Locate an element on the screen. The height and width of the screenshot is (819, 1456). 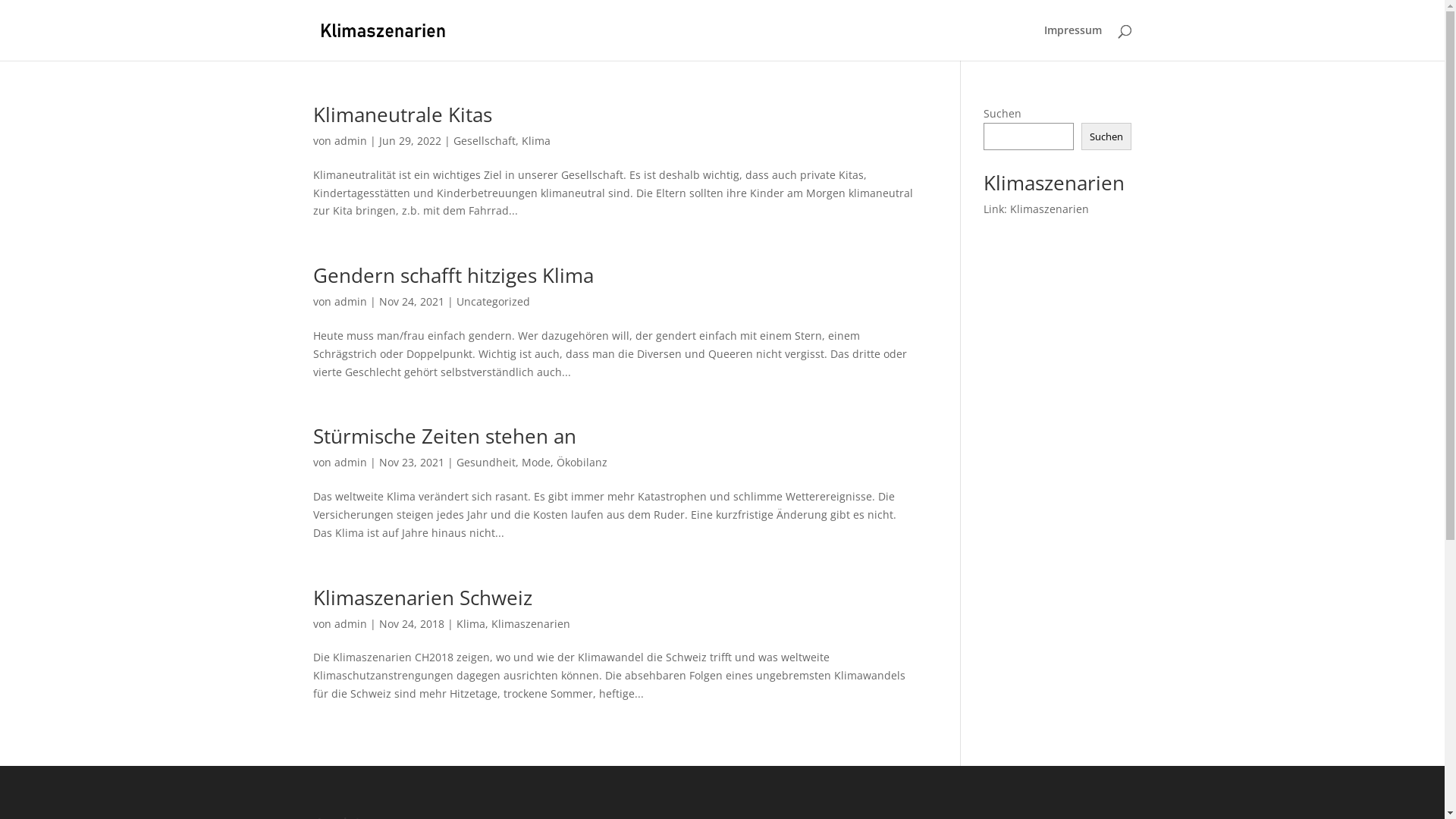
'admin' is located at coordinates (333, 301).